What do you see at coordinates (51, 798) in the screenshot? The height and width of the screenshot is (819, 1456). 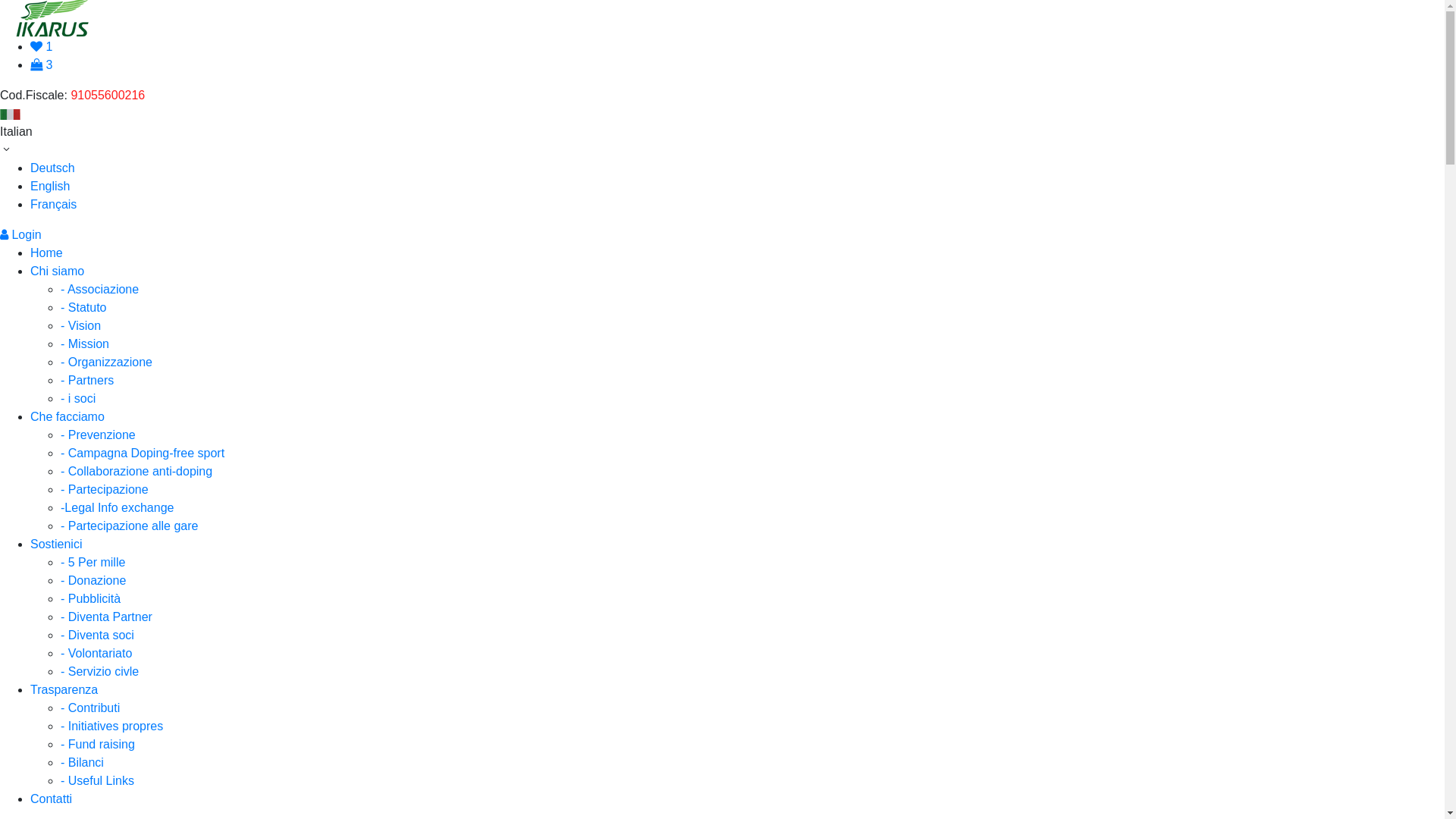 I see `'Contatti'` at bounding box center [51, 798].